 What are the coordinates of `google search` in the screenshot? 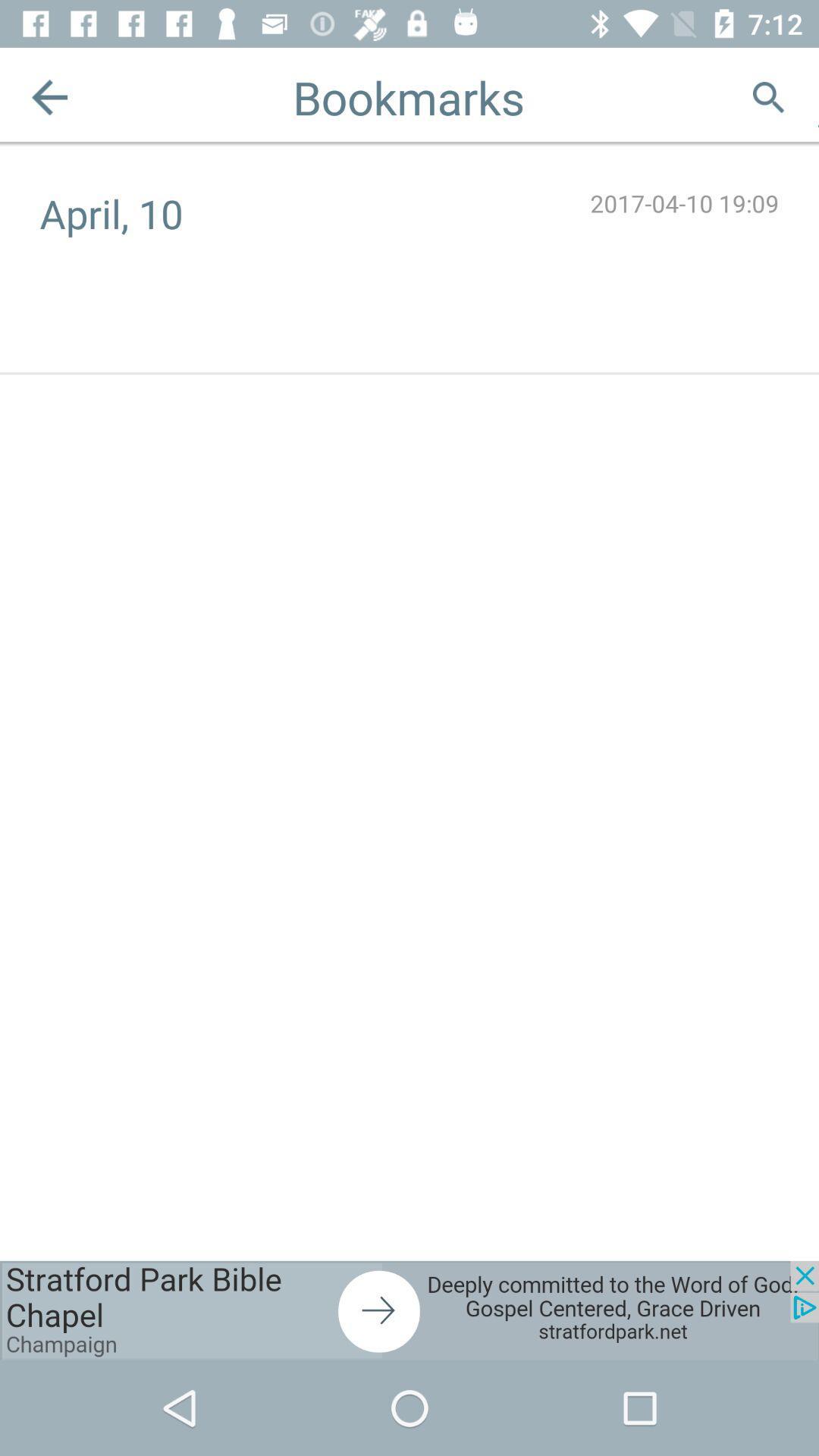 It's located at (768, 96).